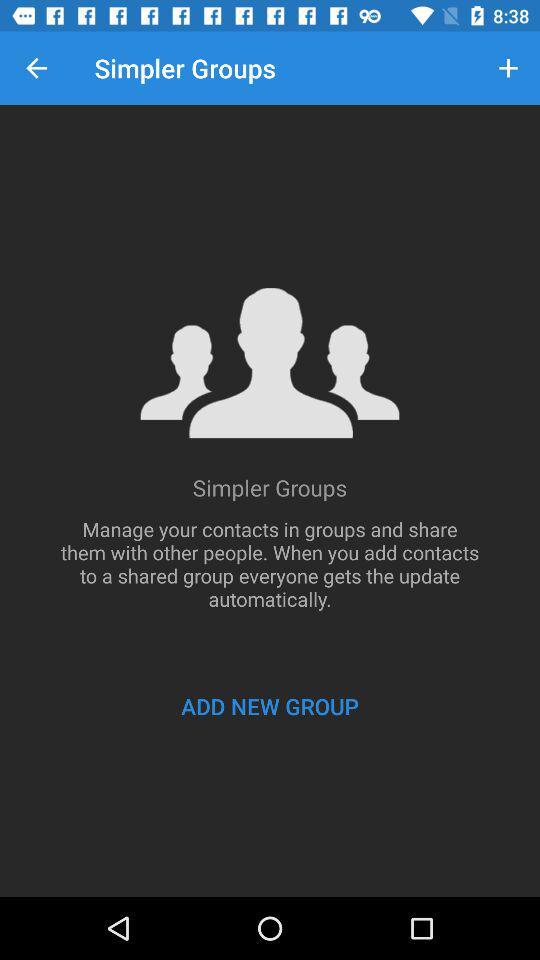  I want to click on the item next to the simpler groups item, so click(36, 68).